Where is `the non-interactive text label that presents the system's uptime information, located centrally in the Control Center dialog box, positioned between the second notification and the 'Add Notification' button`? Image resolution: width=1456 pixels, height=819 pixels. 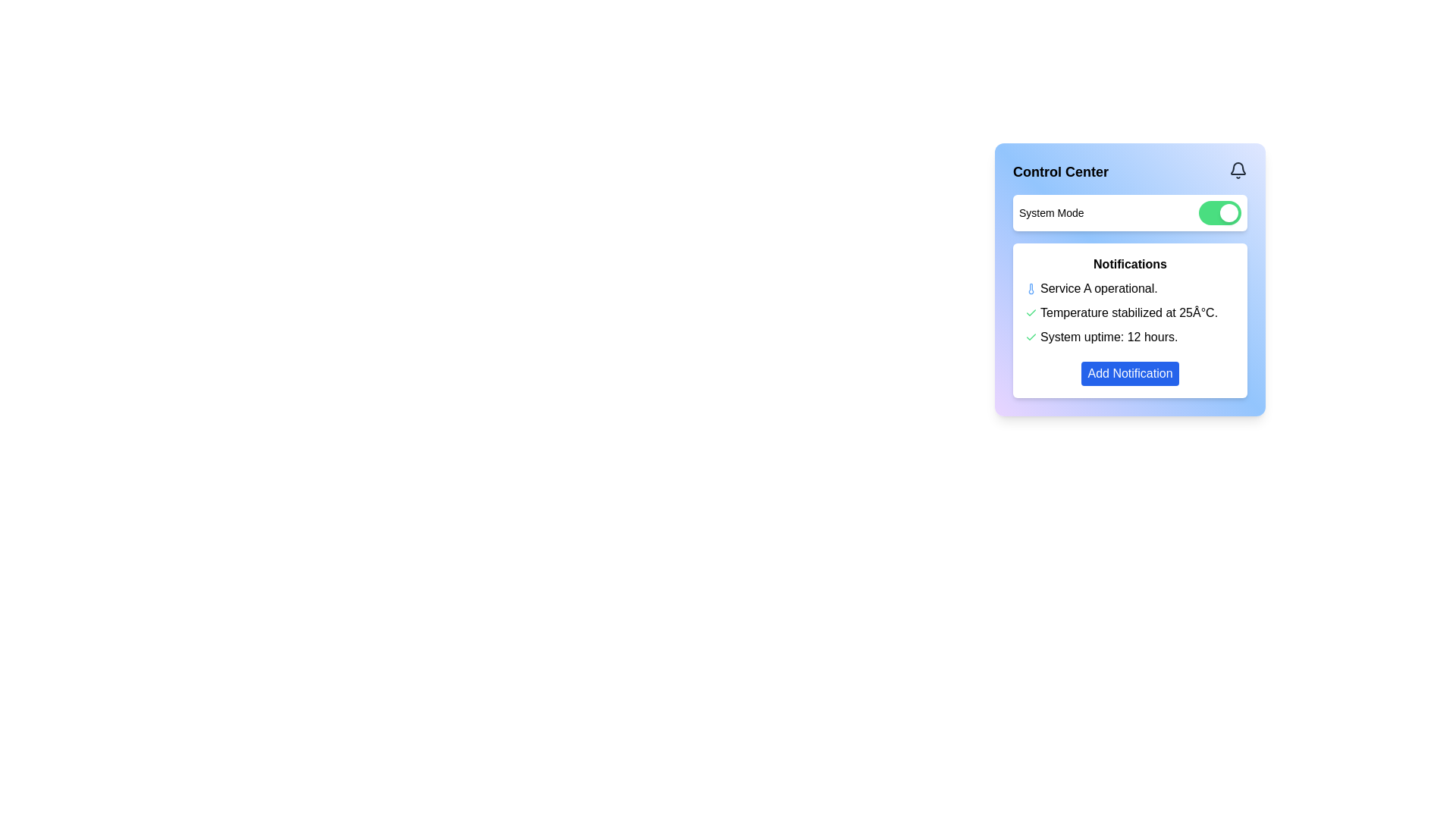 the non-interactive text label that presents the system's uptime information, located centrally in the Control Center dialog box, positioned between the second notification and the 'Add Notification' button is located at coordinates (1109, 336).